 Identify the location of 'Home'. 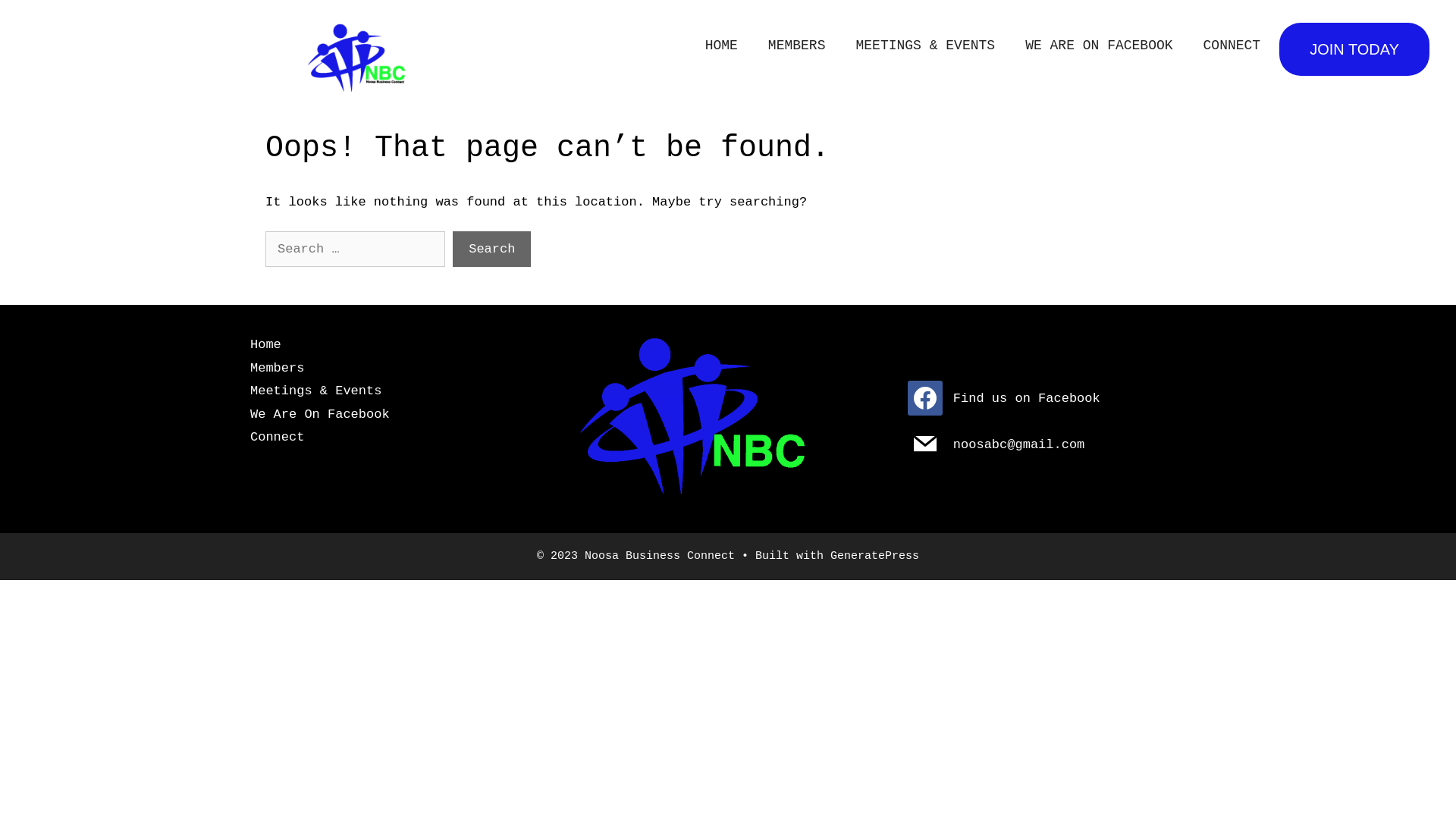
(250, 344).